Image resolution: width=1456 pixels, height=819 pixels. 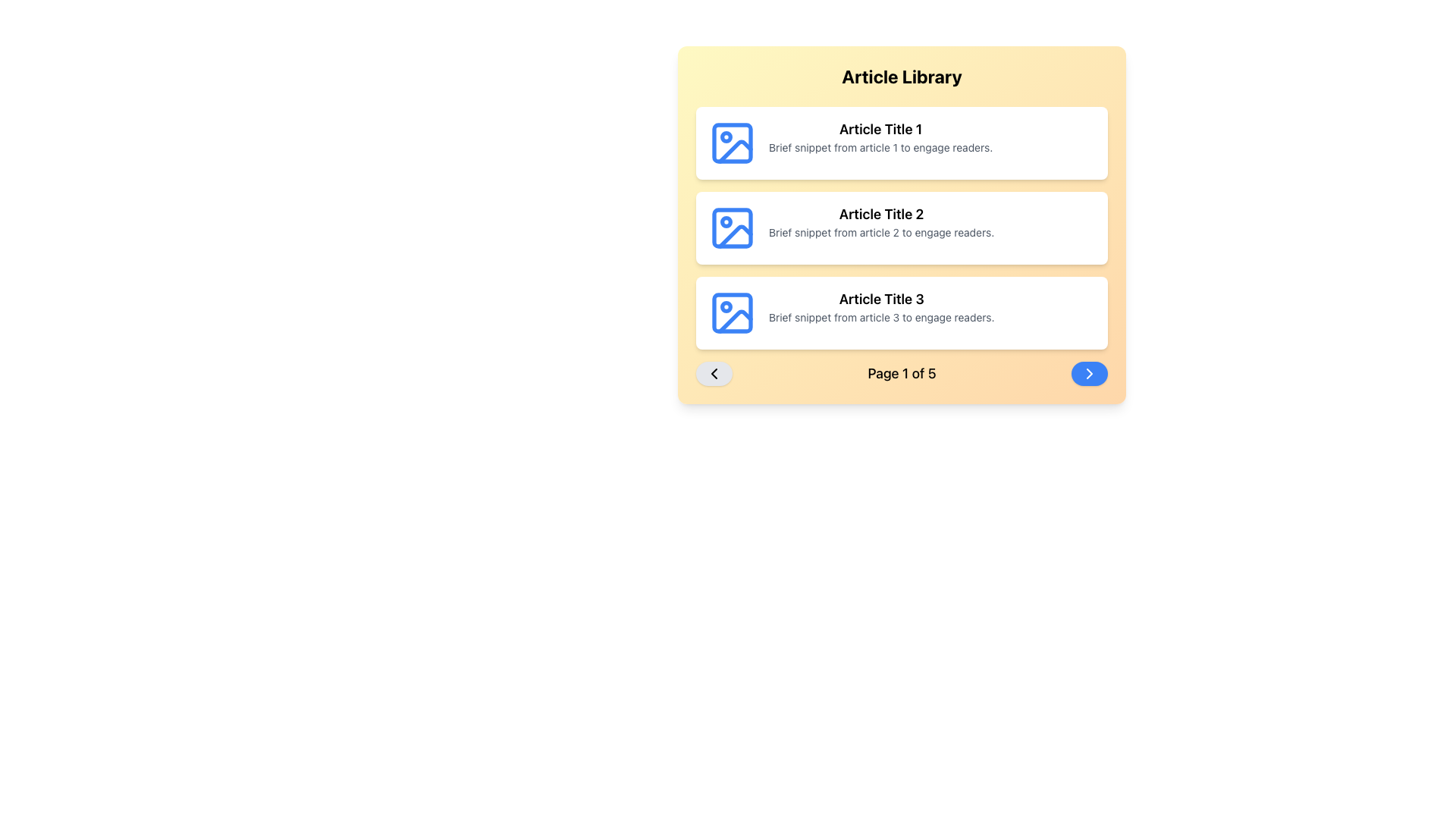 What do you see at coordinates (902, 374) in the screenshot?
I see `the Text Display that shows the current page number in the pagination system at the bottom of the 'Article Library' section` at bounding box center [902, 374].